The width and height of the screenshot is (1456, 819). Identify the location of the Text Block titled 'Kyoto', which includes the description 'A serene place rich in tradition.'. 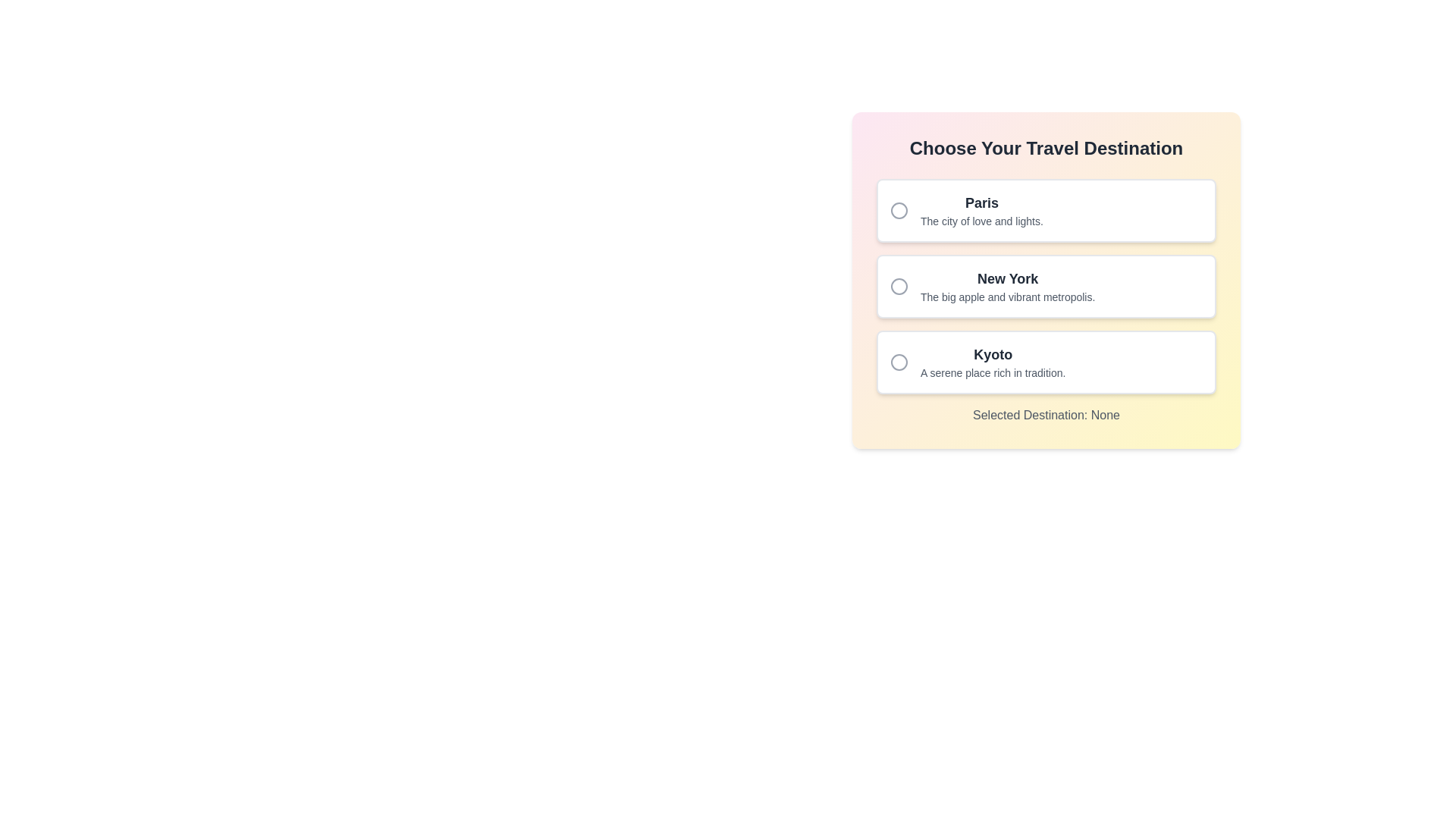
(993, 362).